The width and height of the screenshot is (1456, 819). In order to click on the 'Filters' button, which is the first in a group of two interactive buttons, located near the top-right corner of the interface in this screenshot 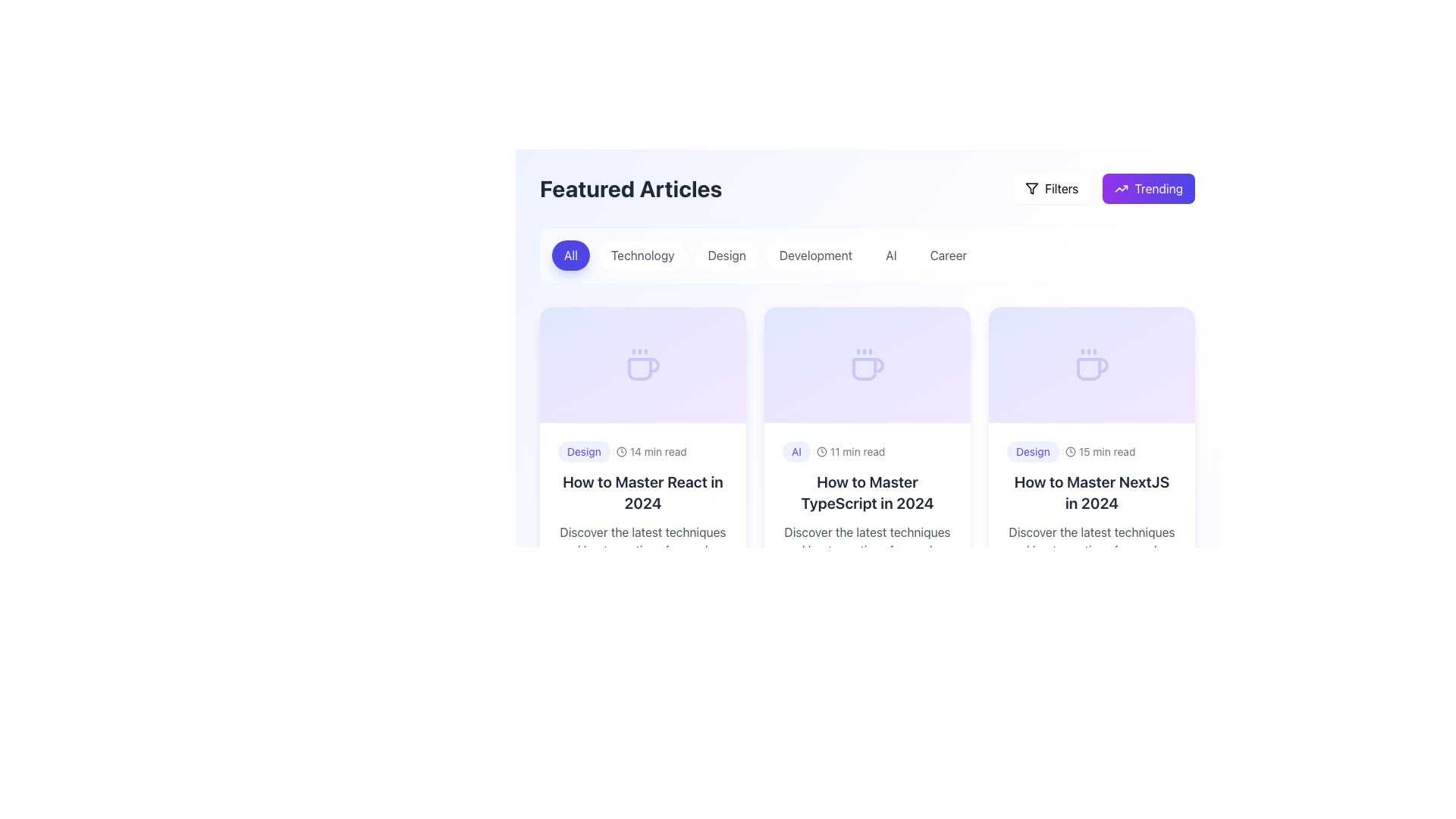, I will do `click(1051, 188)`.